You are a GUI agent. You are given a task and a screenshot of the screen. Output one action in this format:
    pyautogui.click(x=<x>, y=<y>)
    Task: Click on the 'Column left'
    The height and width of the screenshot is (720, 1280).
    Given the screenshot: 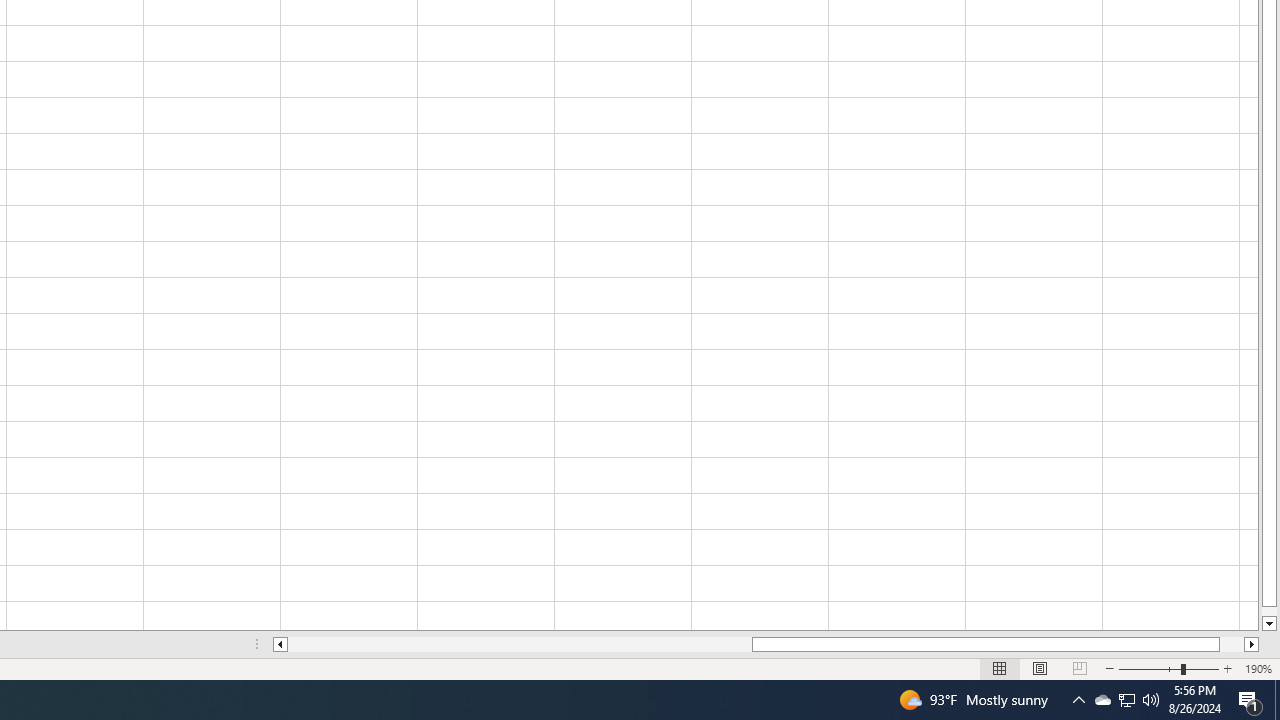 What is the action you would take?
    pyautogui.click(x=278, y=644)
    